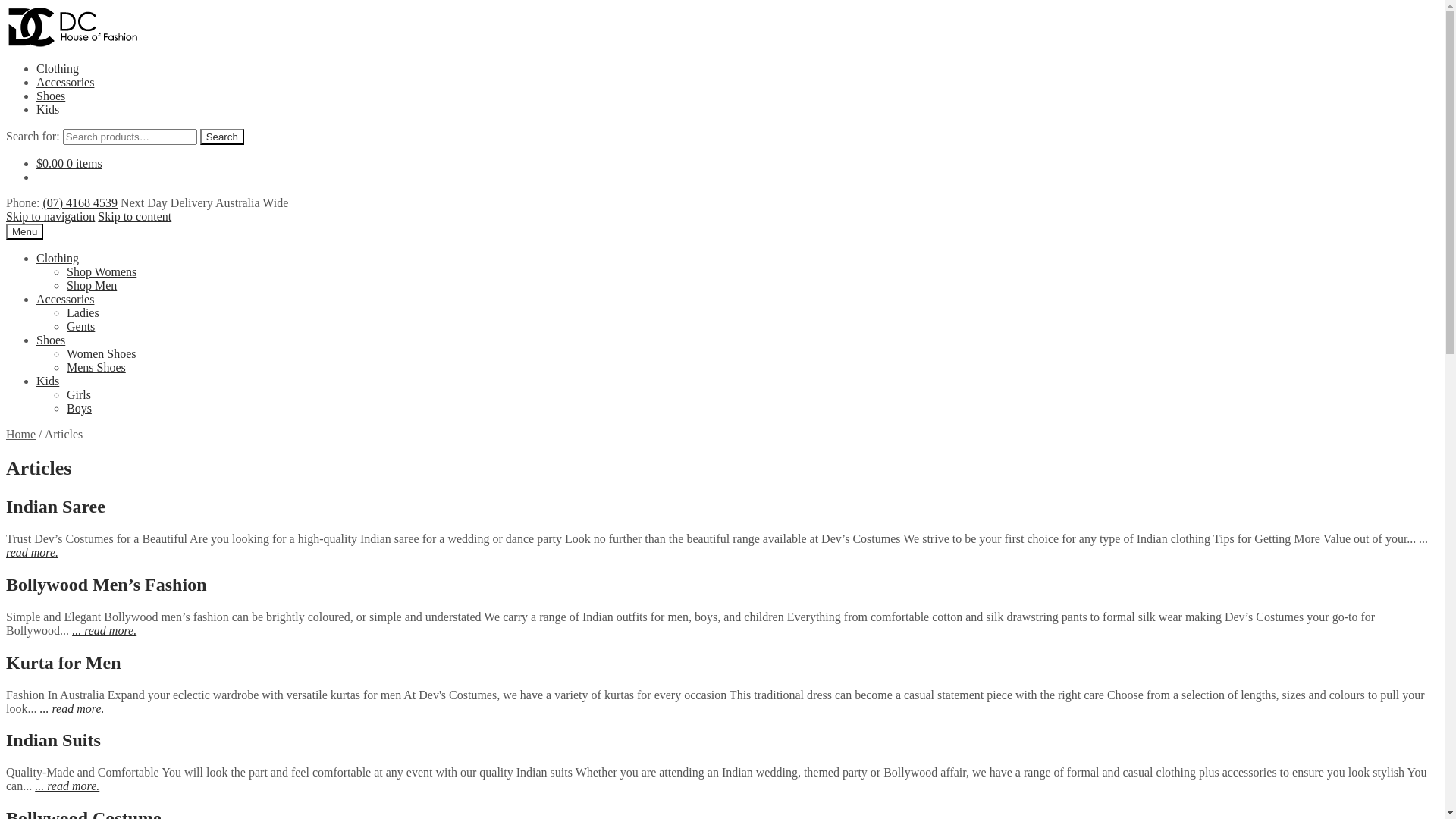 The height and width of the screenshot is (819, 1456). I want to click on '... read more.', so click(716, 544).